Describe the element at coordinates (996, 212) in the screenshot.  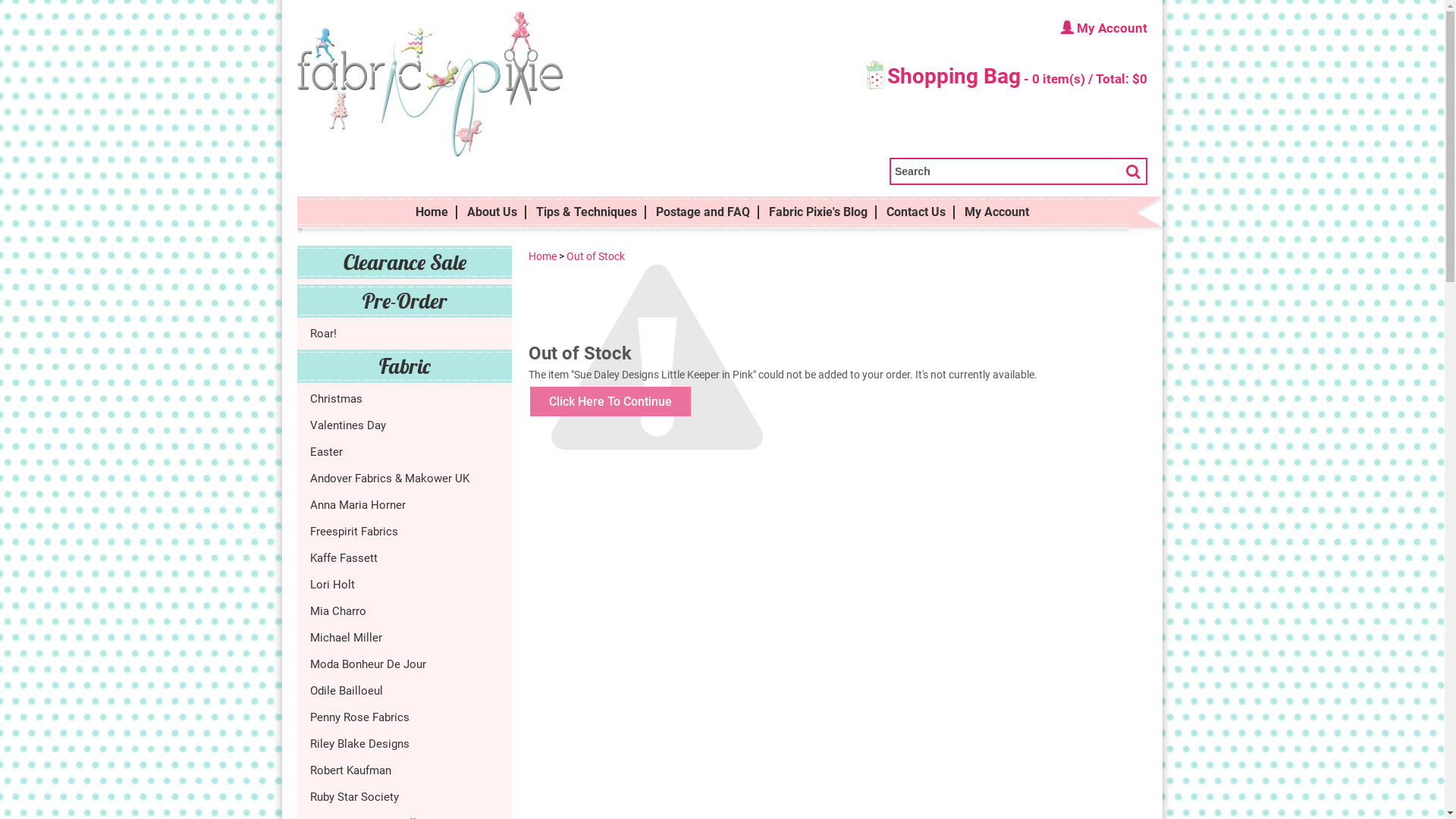
I see `'My Account'` at that location.